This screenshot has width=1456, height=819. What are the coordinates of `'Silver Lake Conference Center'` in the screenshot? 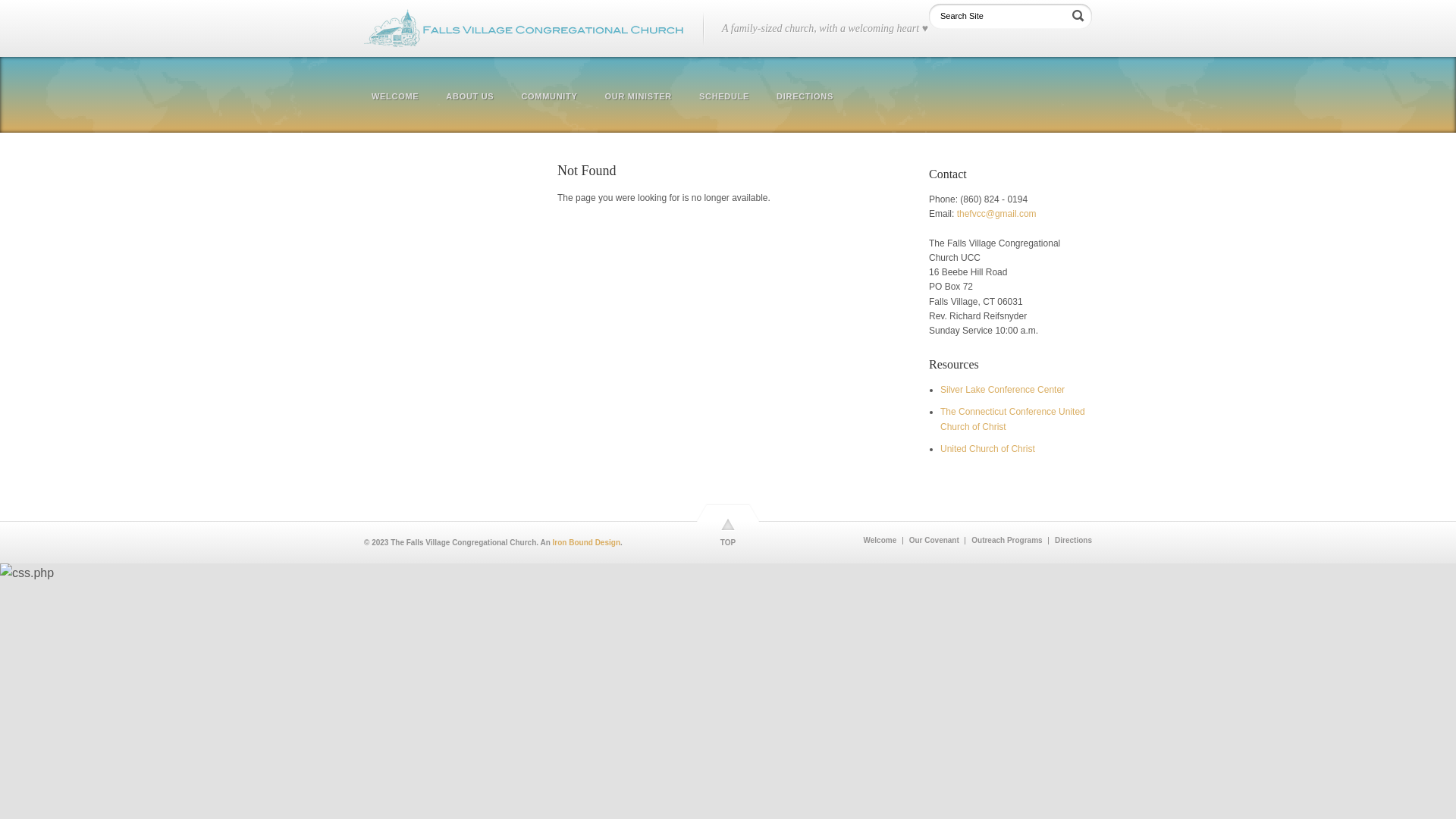 It's located at (1002, 388).